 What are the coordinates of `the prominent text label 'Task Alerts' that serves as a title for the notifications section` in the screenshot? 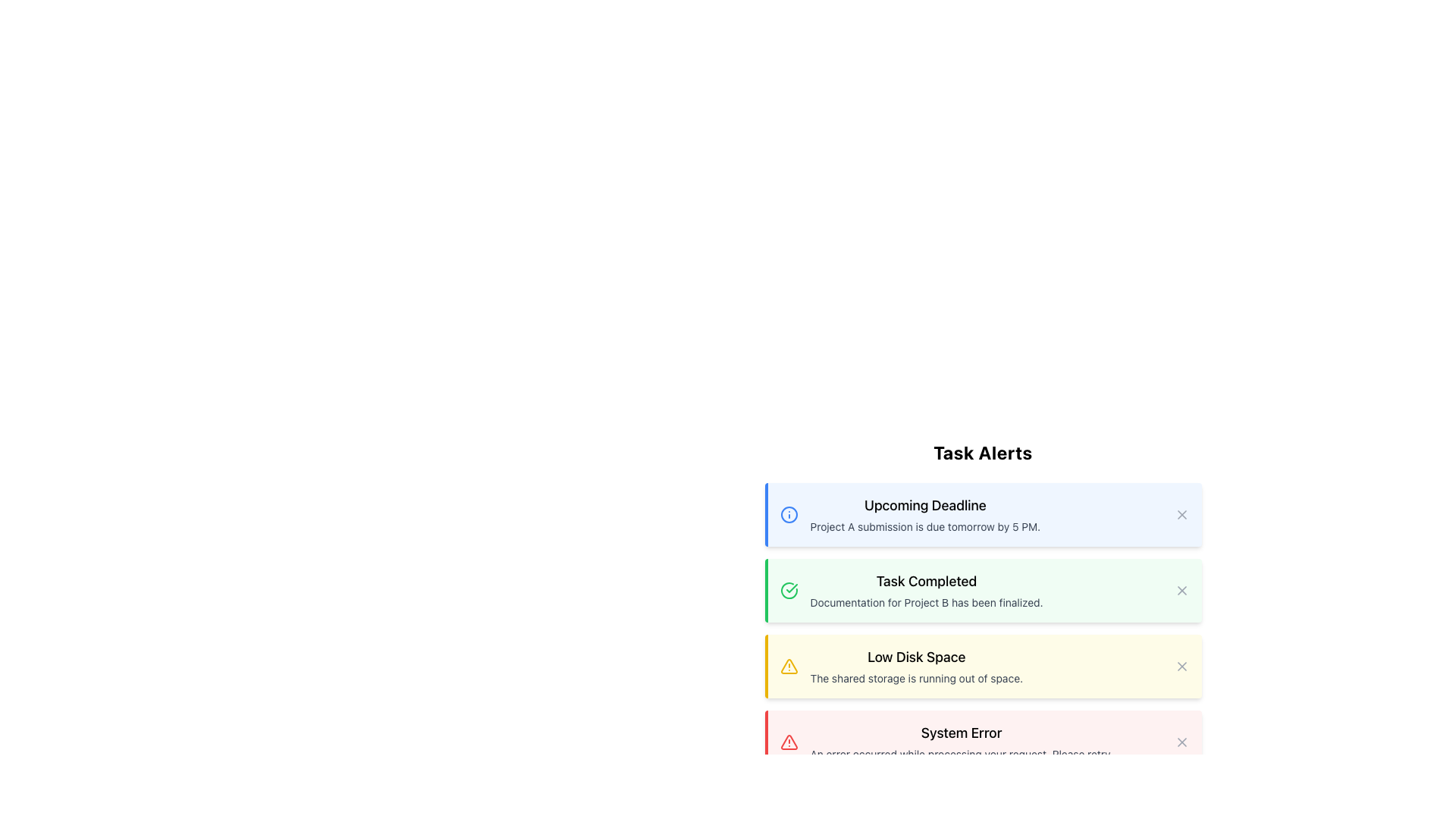 It's located at (983, 452).